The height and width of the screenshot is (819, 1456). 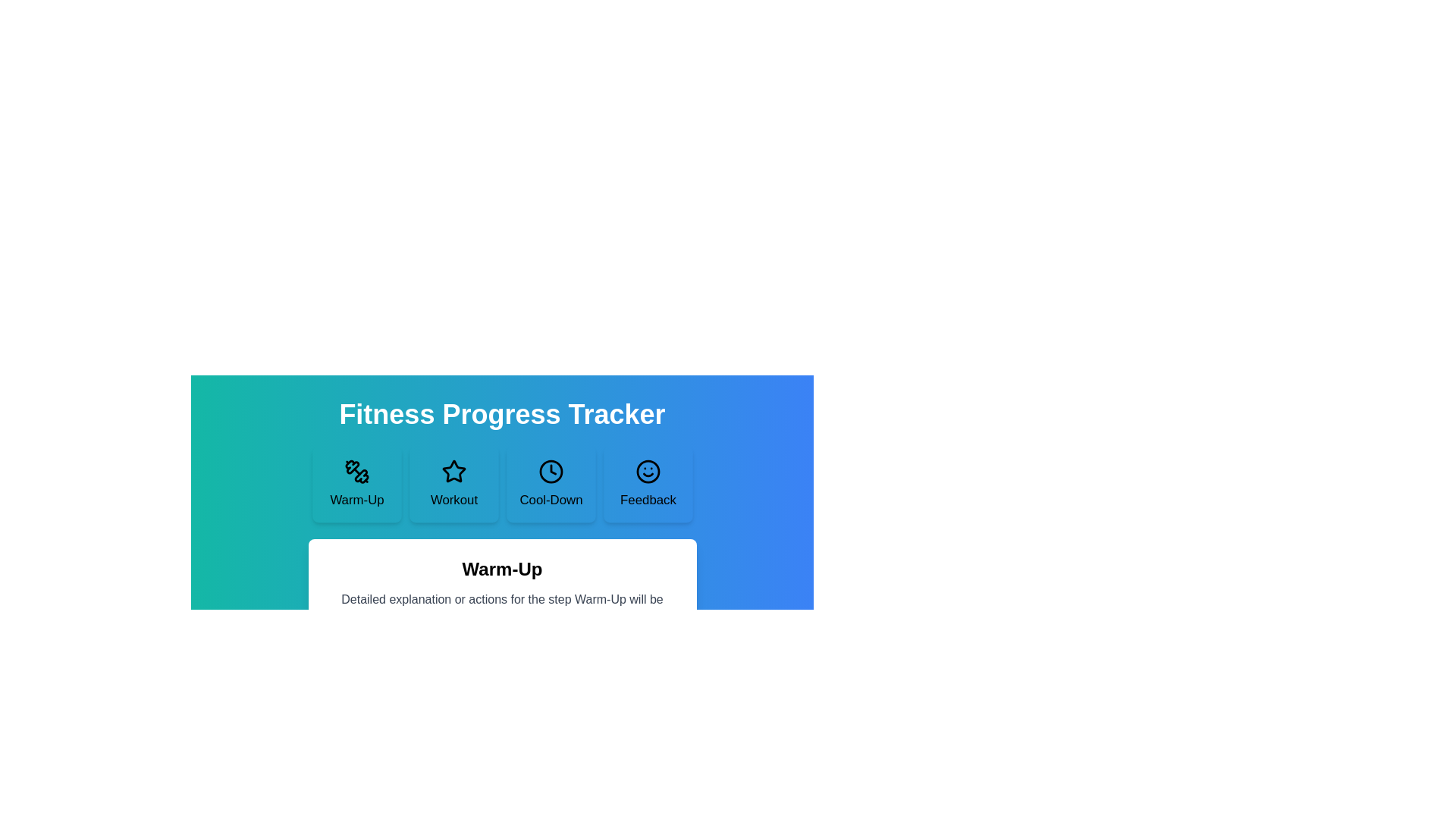 I want to click on the step Feedback in the FitnessProgressStepper component, so click(x=648, y=485).